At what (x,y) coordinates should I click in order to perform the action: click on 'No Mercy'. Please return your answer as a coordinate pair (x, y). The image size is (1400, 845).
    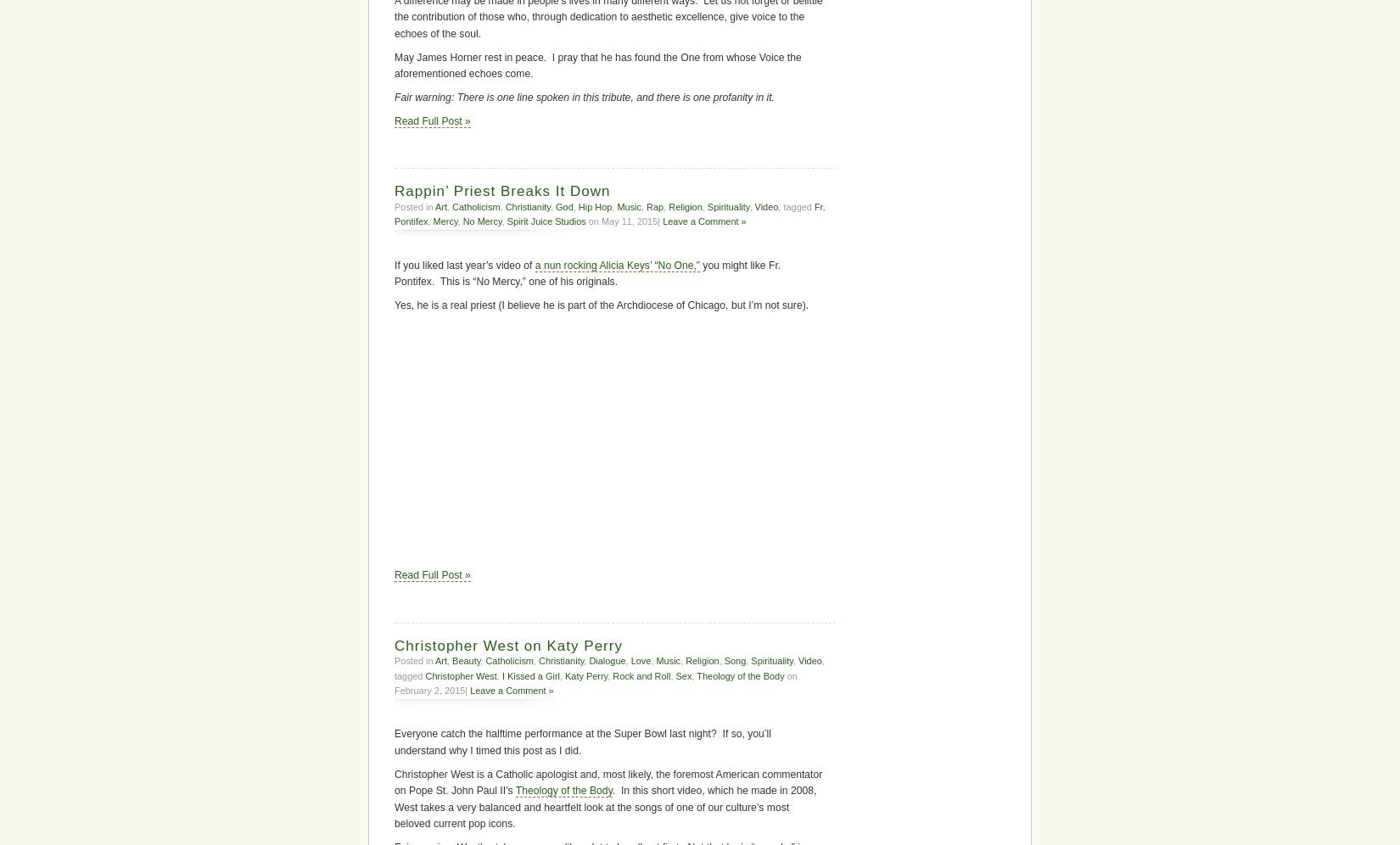
    Looking at the image, I should click on (480, 221).